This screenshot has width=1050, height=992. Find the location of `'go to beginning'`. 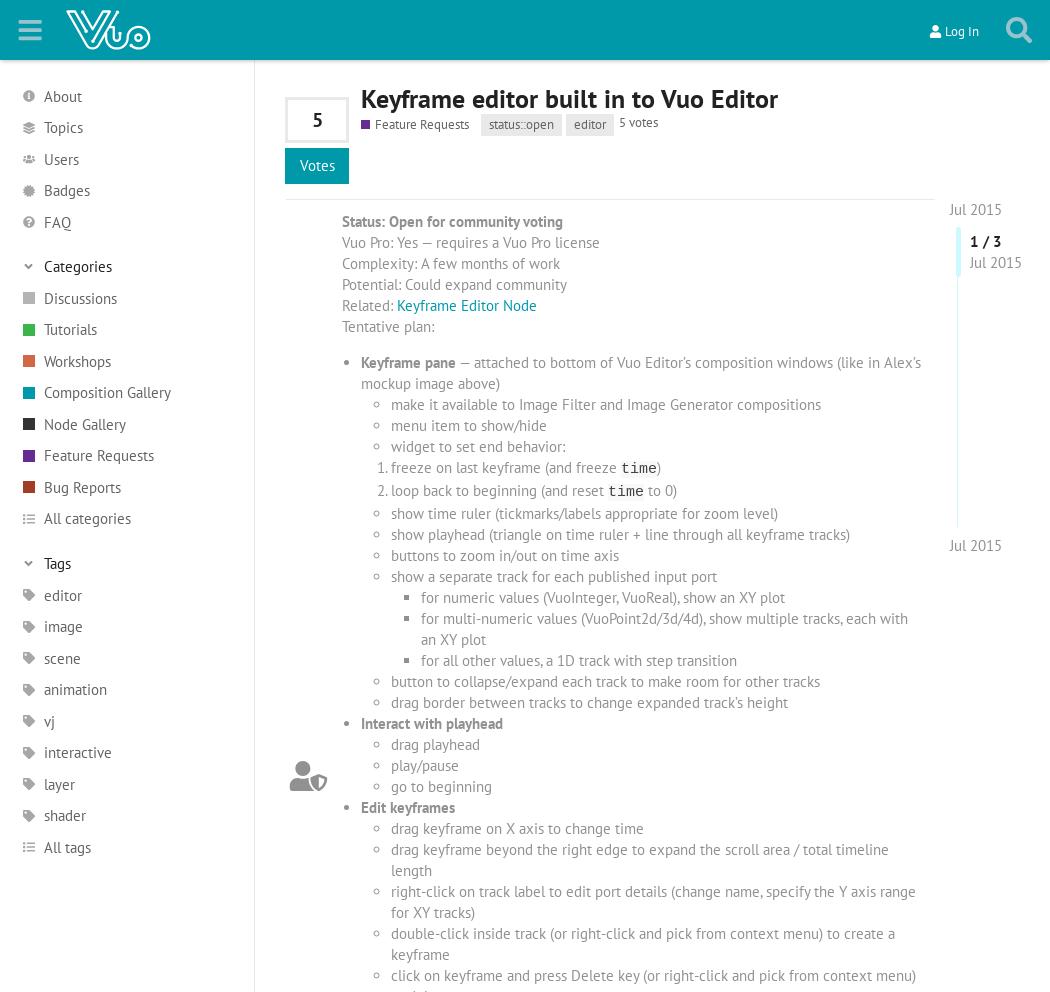

'go to beginning' is located at coordinates (439, 786).